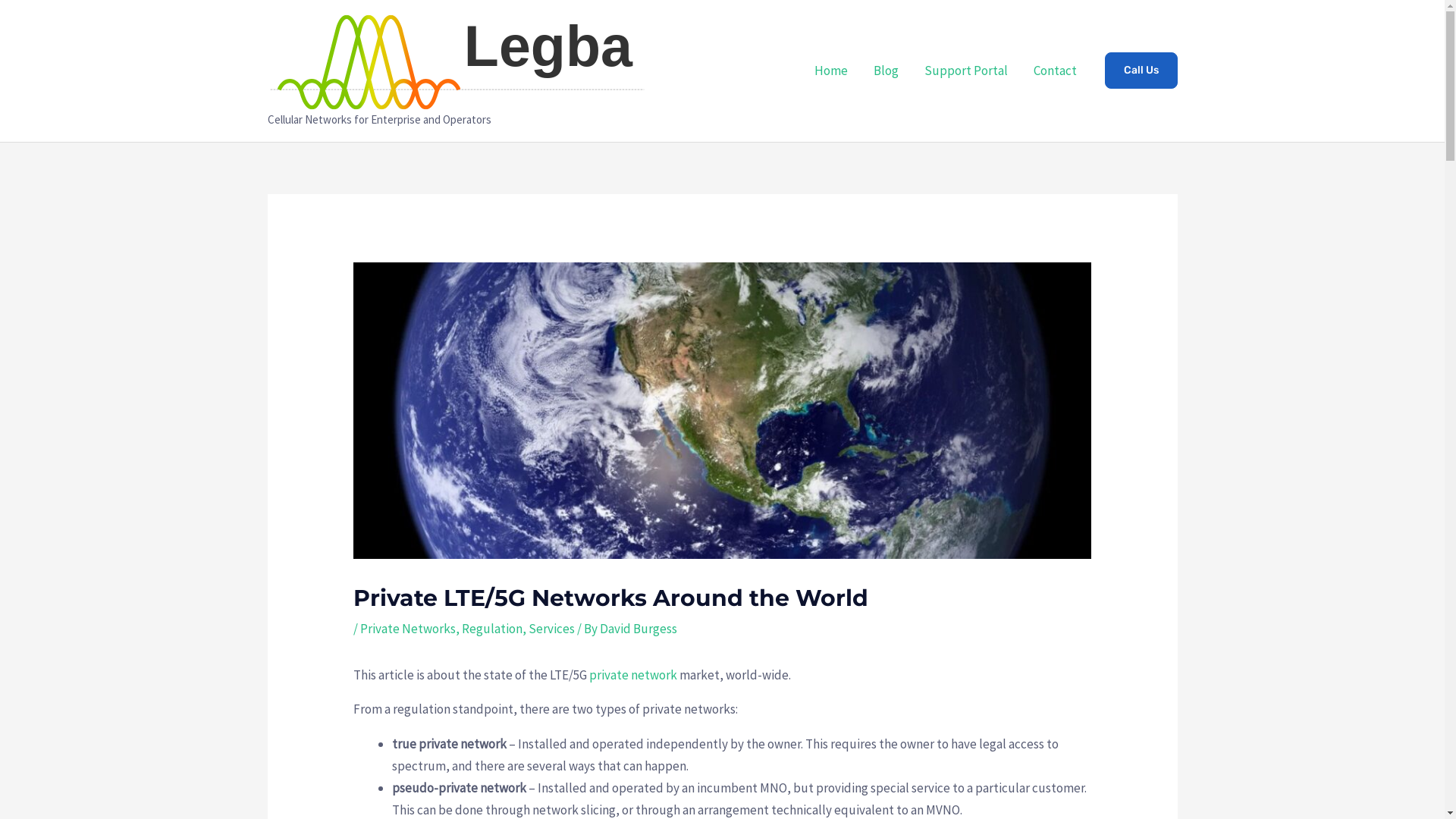  What do you see at coordinates (829, 70) in the screenshot?
I see `'Home'` at bounding box center [829, 70].